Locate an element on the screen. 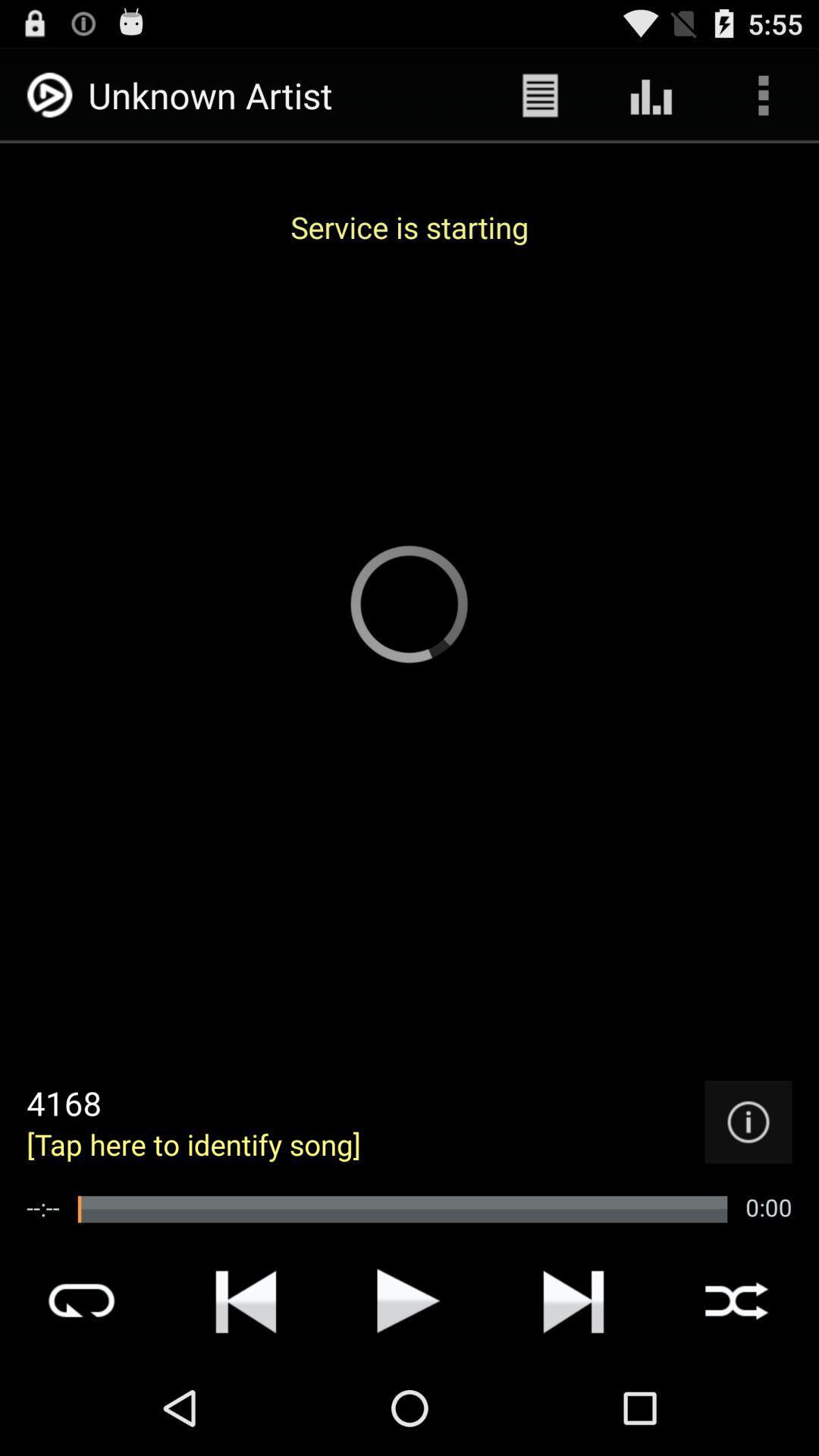  icon above service is starting item is located at coordinates (651, 94).